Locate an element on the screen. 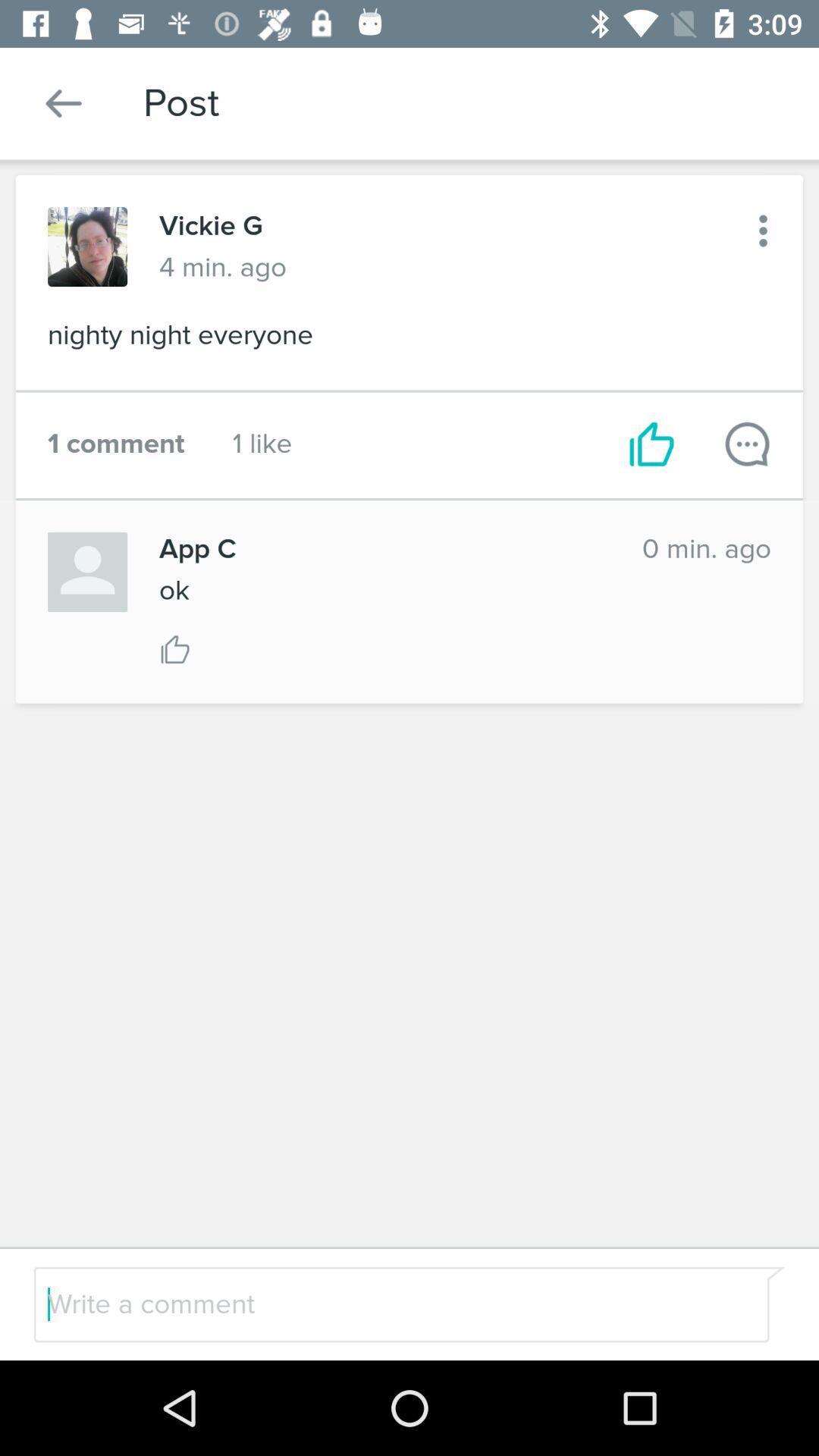 The image size is (819, 1456). like post is located at coordinates (174, 649).